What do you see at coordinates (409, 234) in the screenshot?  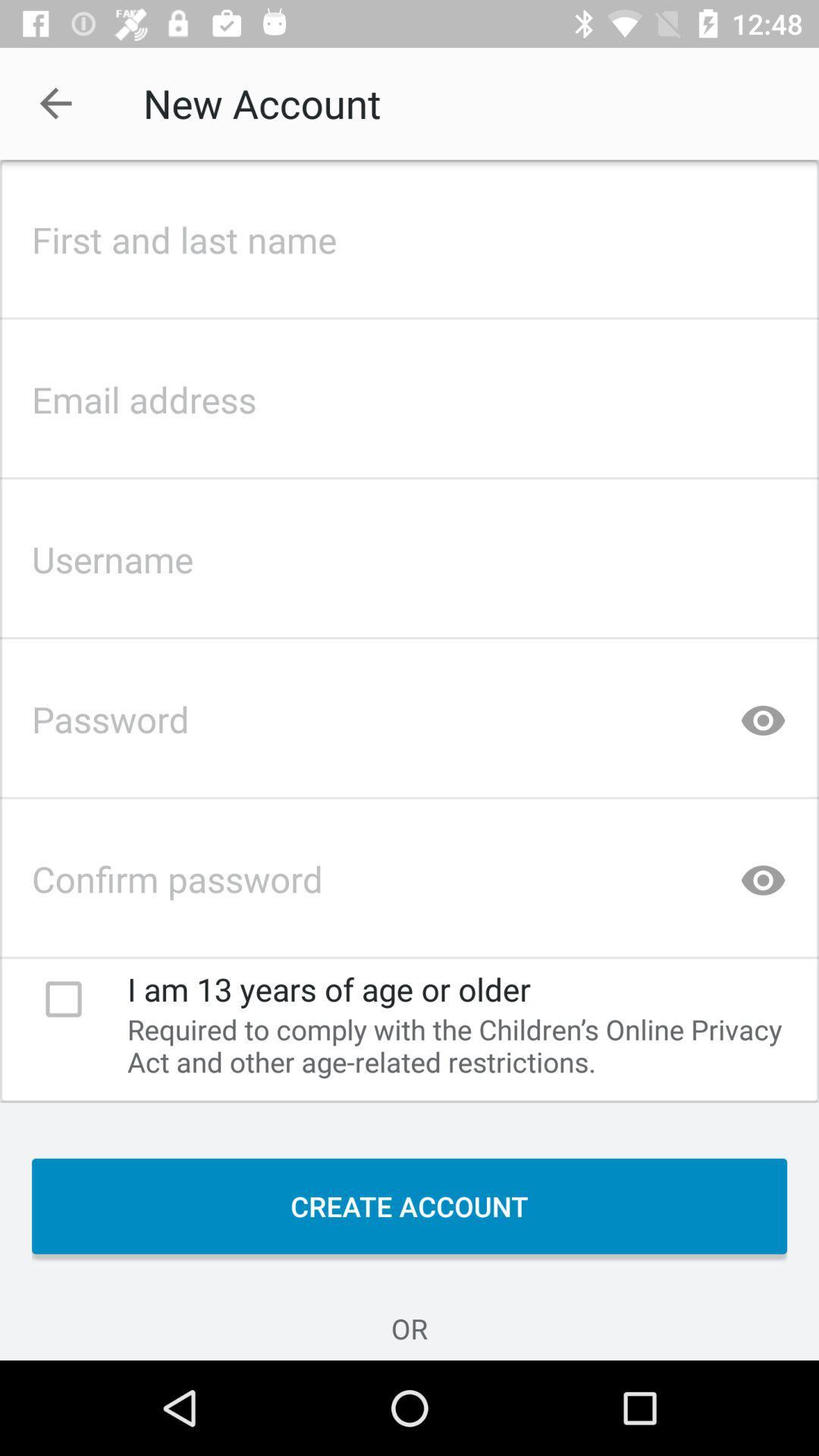 I see `create account` at bounding box center [409, 234].